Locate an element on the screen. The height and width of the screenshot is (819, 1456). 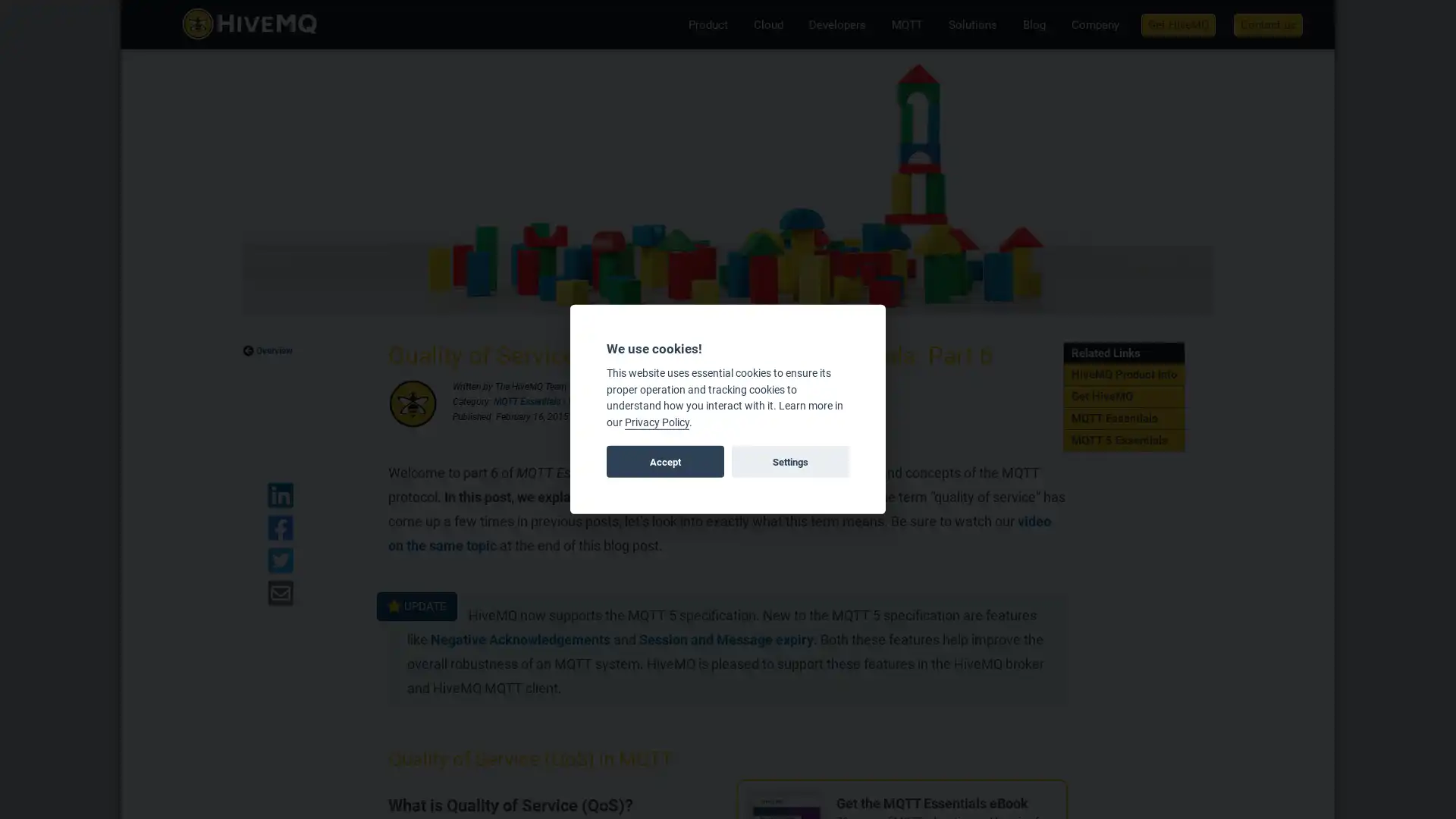
Contact us is located at coordinates (1268, 24).